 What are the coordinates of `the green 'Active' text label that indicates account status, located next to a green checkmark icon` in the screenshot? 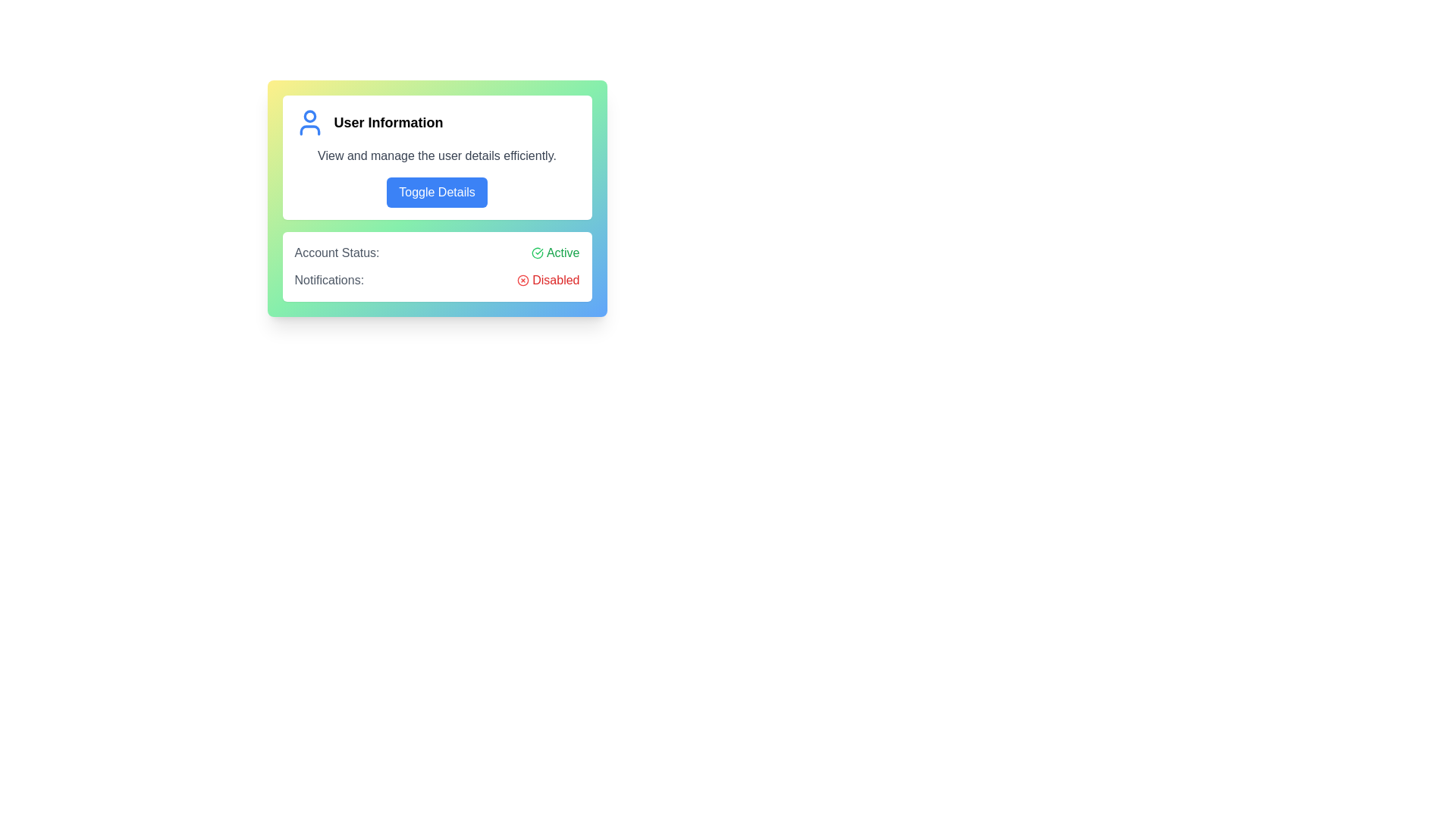 It's located at (562, 253).